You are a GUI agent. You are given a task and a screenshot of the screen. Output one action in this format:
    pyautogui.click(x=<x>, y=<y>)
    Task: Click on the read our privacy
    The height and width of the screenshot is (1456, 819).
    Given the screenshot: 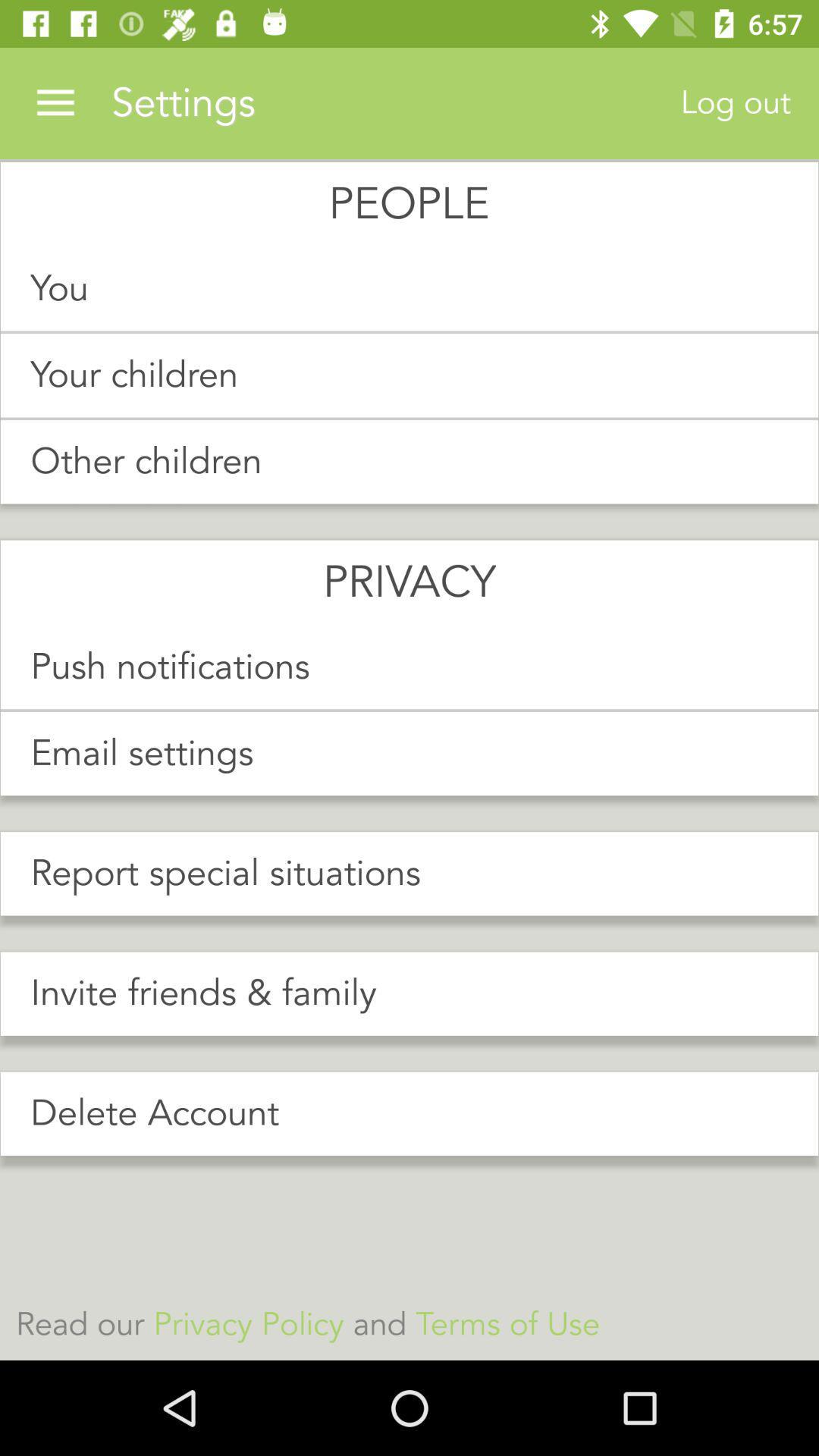 What is the action you would take?
    pyautogui.click(x=409, y=1324)
    